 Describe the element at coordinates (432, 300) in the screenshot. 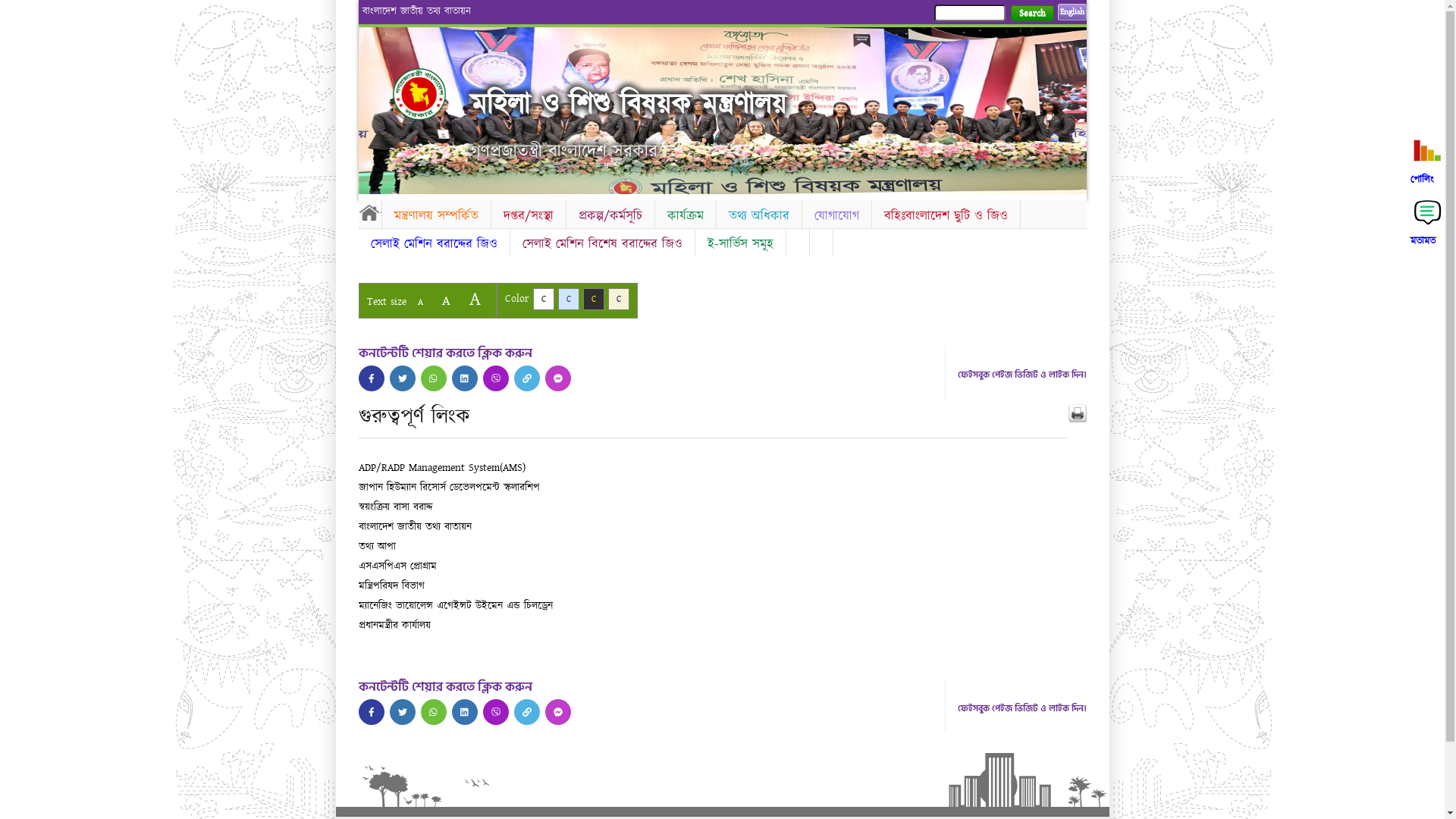

I see `'A'` at that location.